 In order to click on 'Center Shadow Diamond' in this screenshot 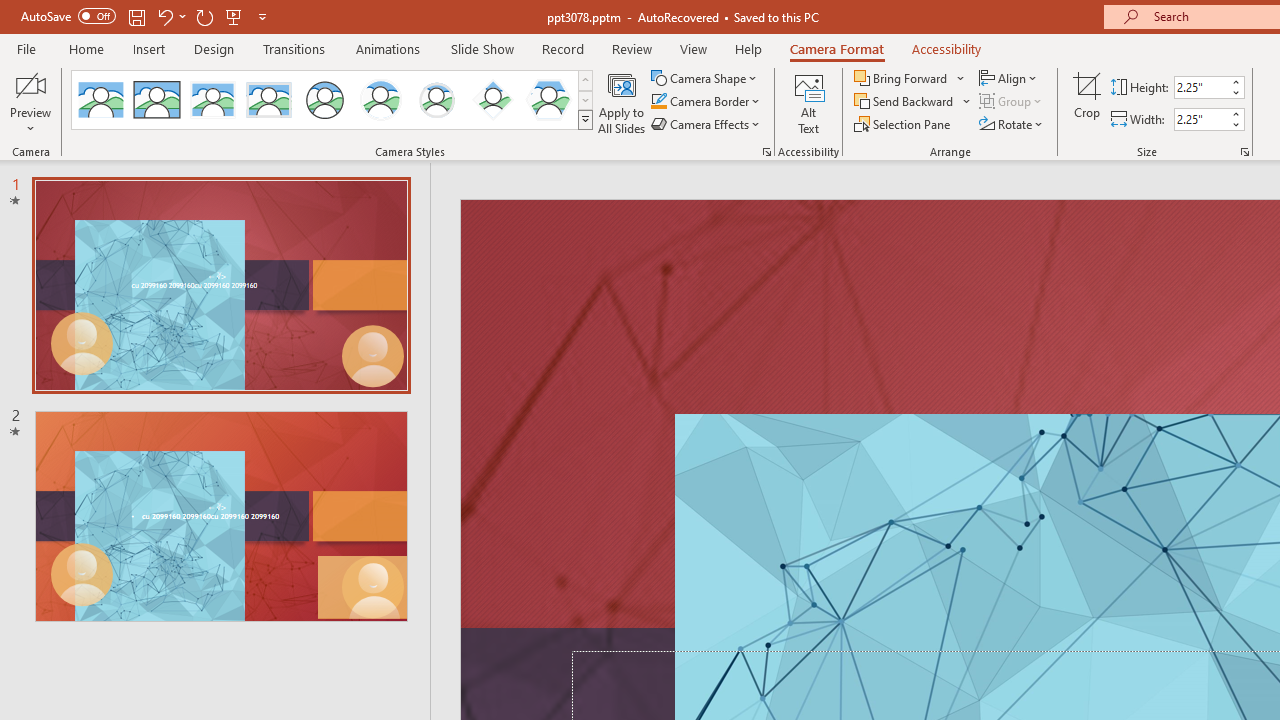, I will do `click(492, 100)`.